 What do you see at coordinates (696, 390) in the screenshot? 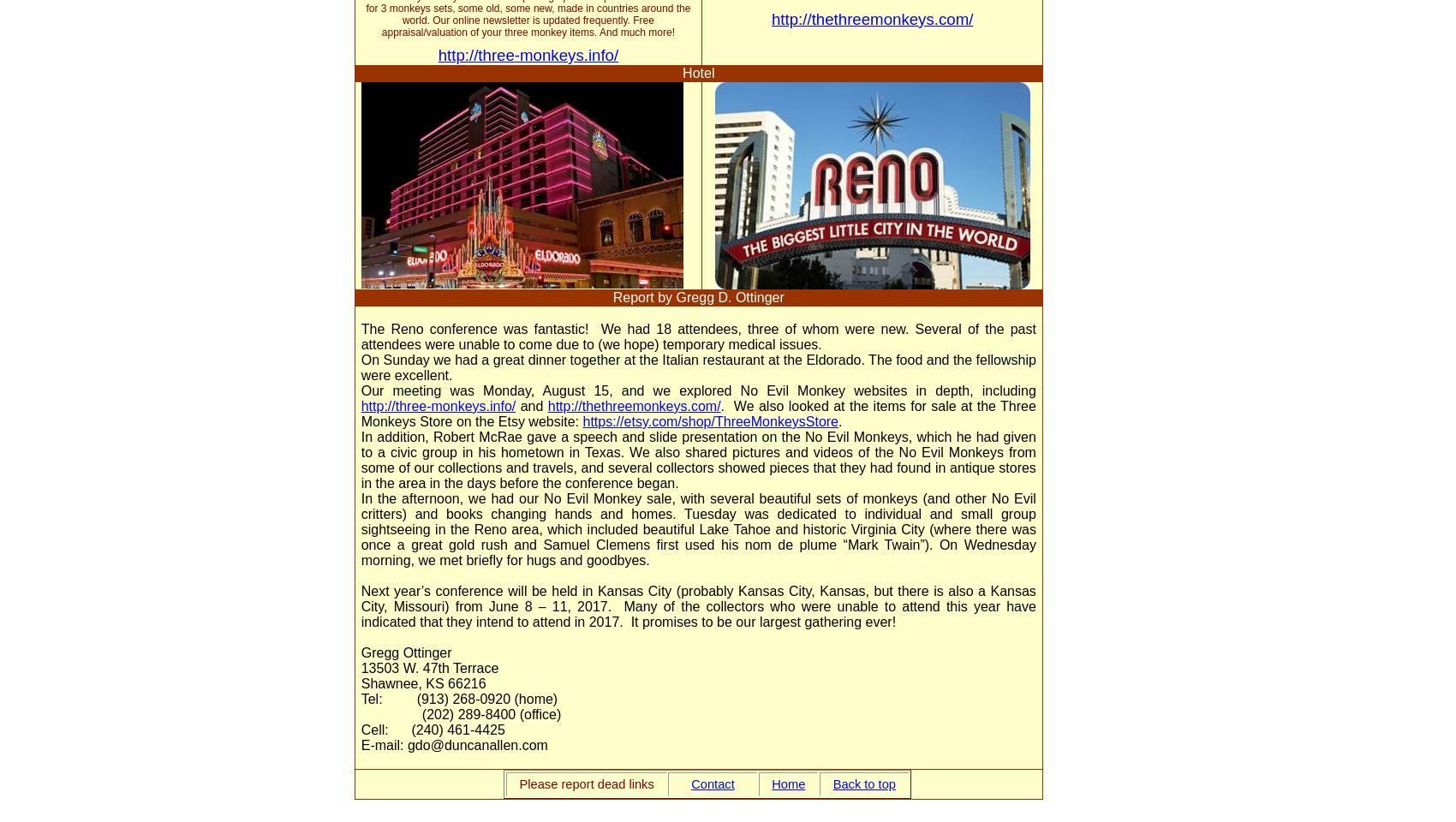
I see `'Our meeting was Monday, August 15,
  and we explored No Evil Monkey websites in depth, including'` at bounding box center [696, 390].